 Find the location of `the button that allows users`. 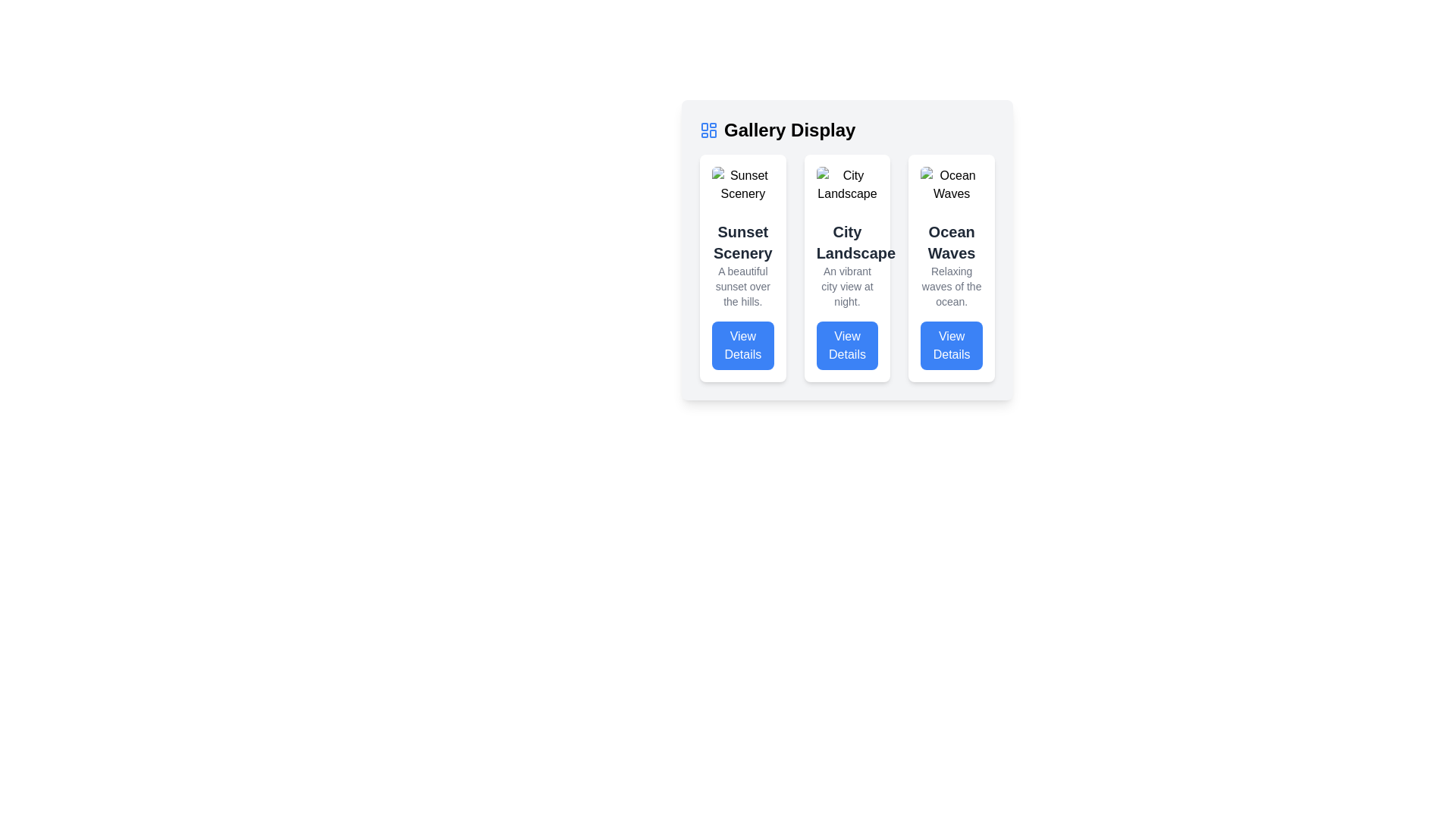

the button that allows users is located at coordinates (846, 345).